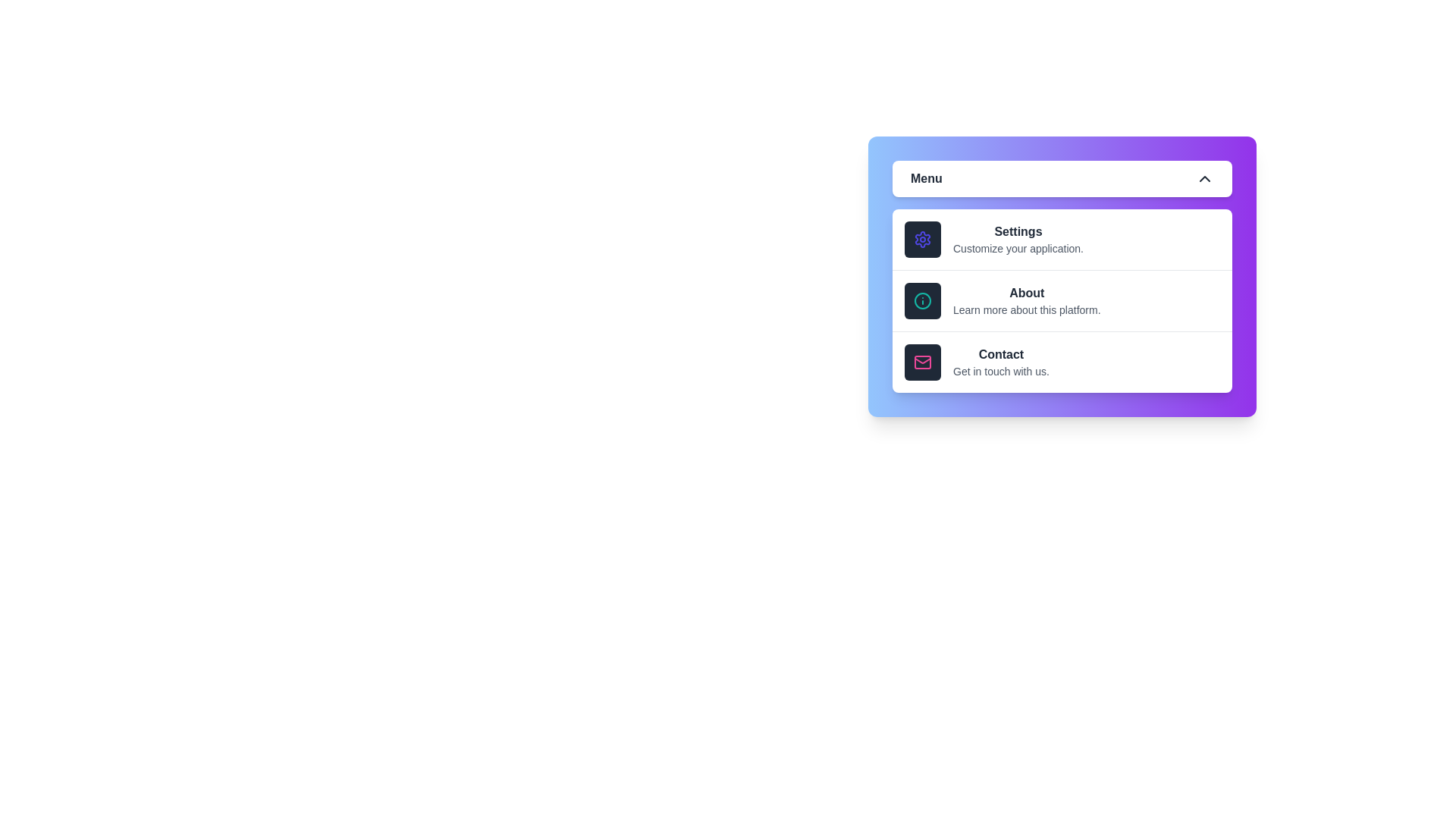 The width and height of the screenshot is (1456, 819). What do you see at coordinates (1062, 300) in the screenshot?
I see `the 'About' option in the menu` at bounding box center [1062, 300].